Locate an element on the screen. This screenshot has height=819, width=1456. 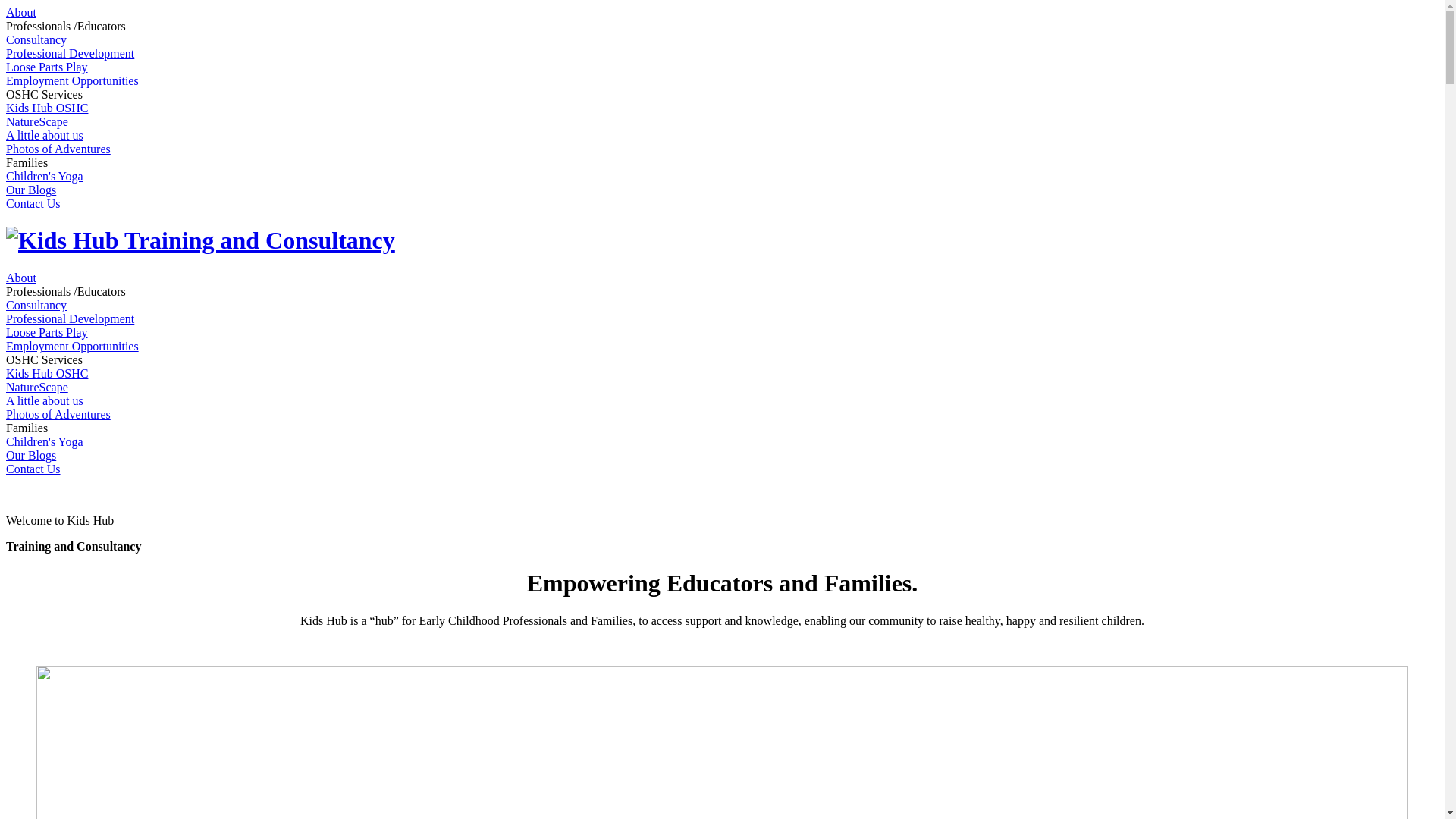
'Contact Us' is located at coordinates (33, 468).